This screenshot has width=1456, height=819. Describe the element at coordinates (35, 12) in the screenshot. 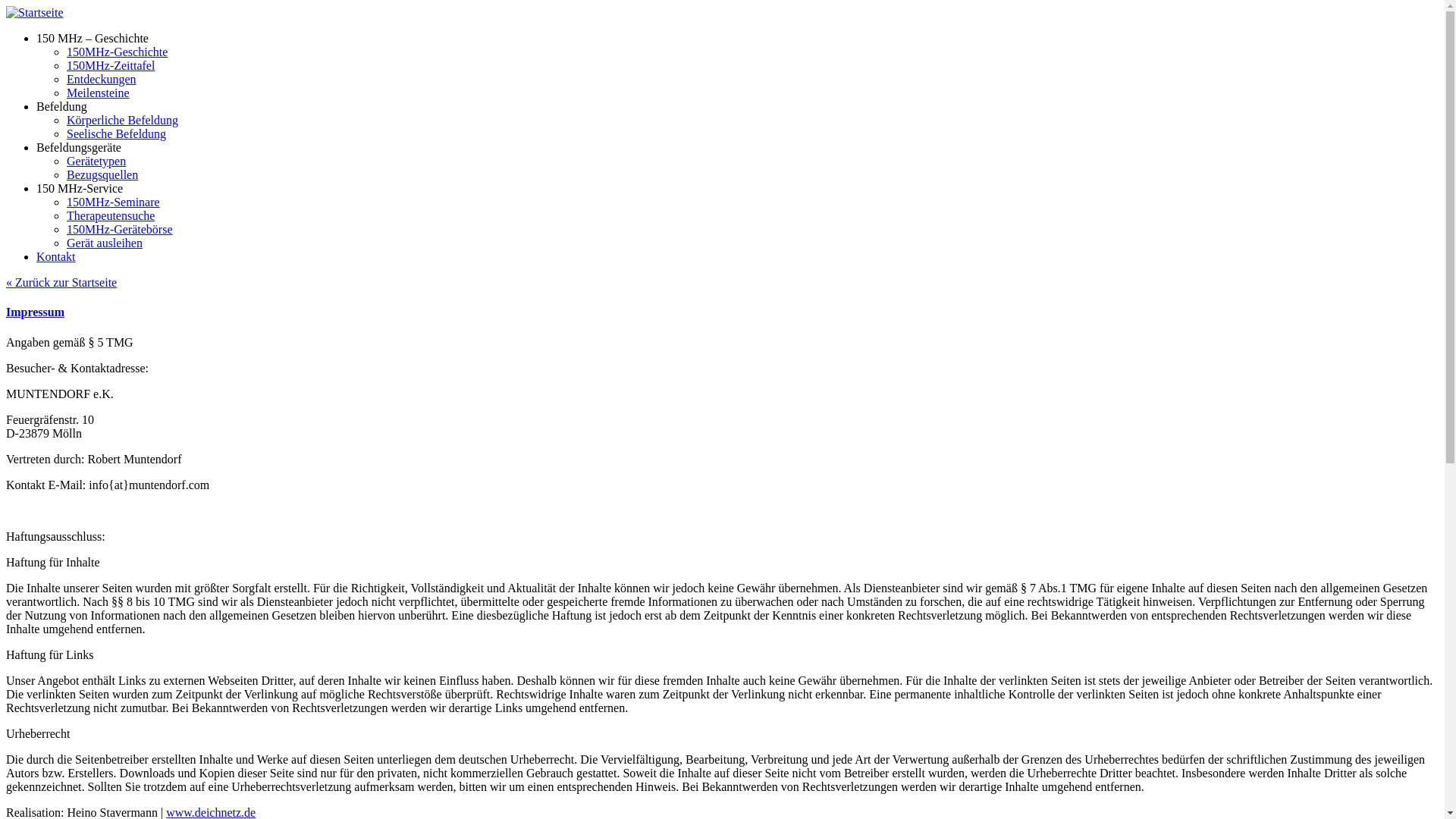

I see `'Startseite'` at that location.